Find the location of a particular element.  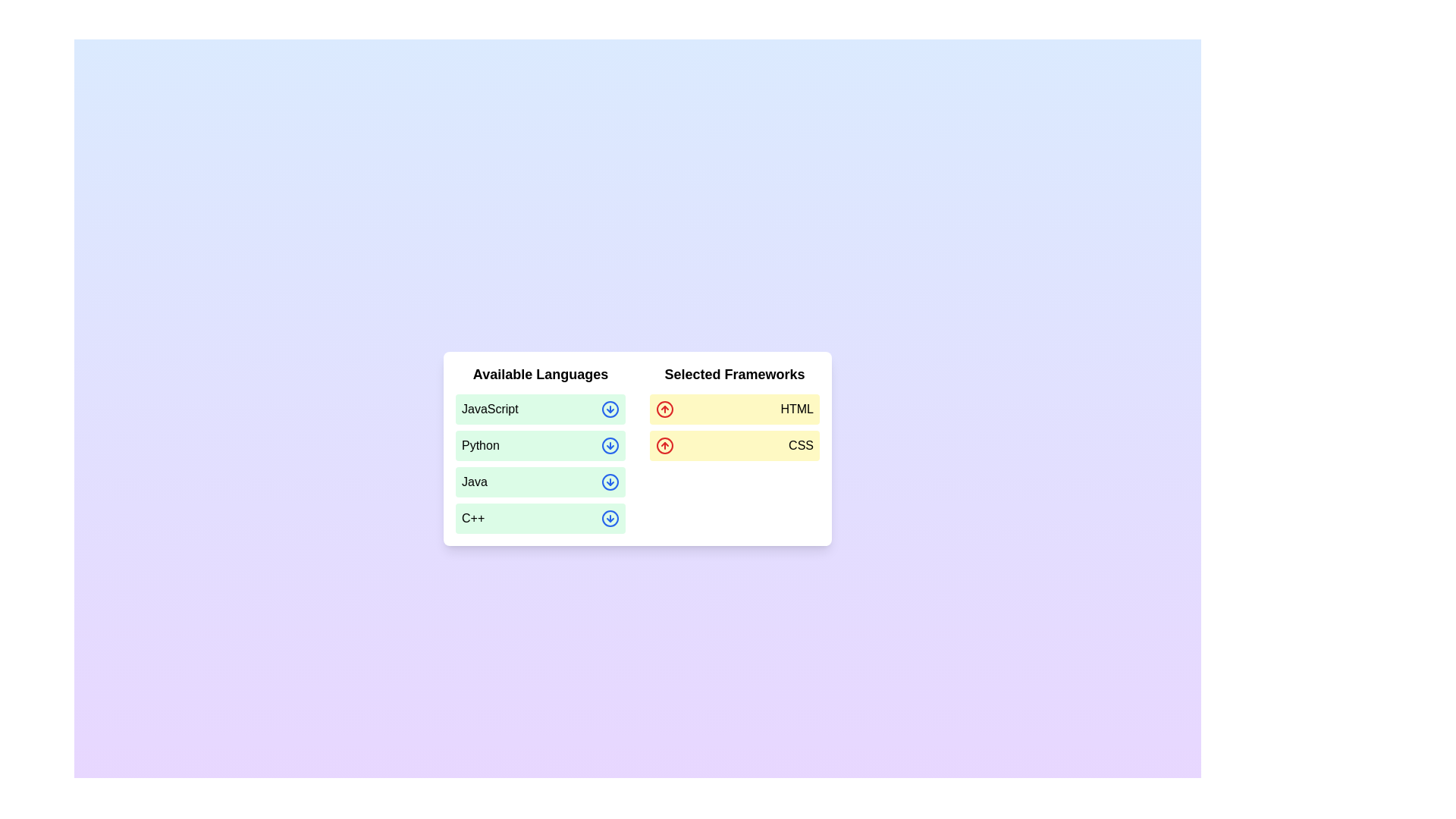

the icon corresponding to Python is located at coordinates (610, 444).